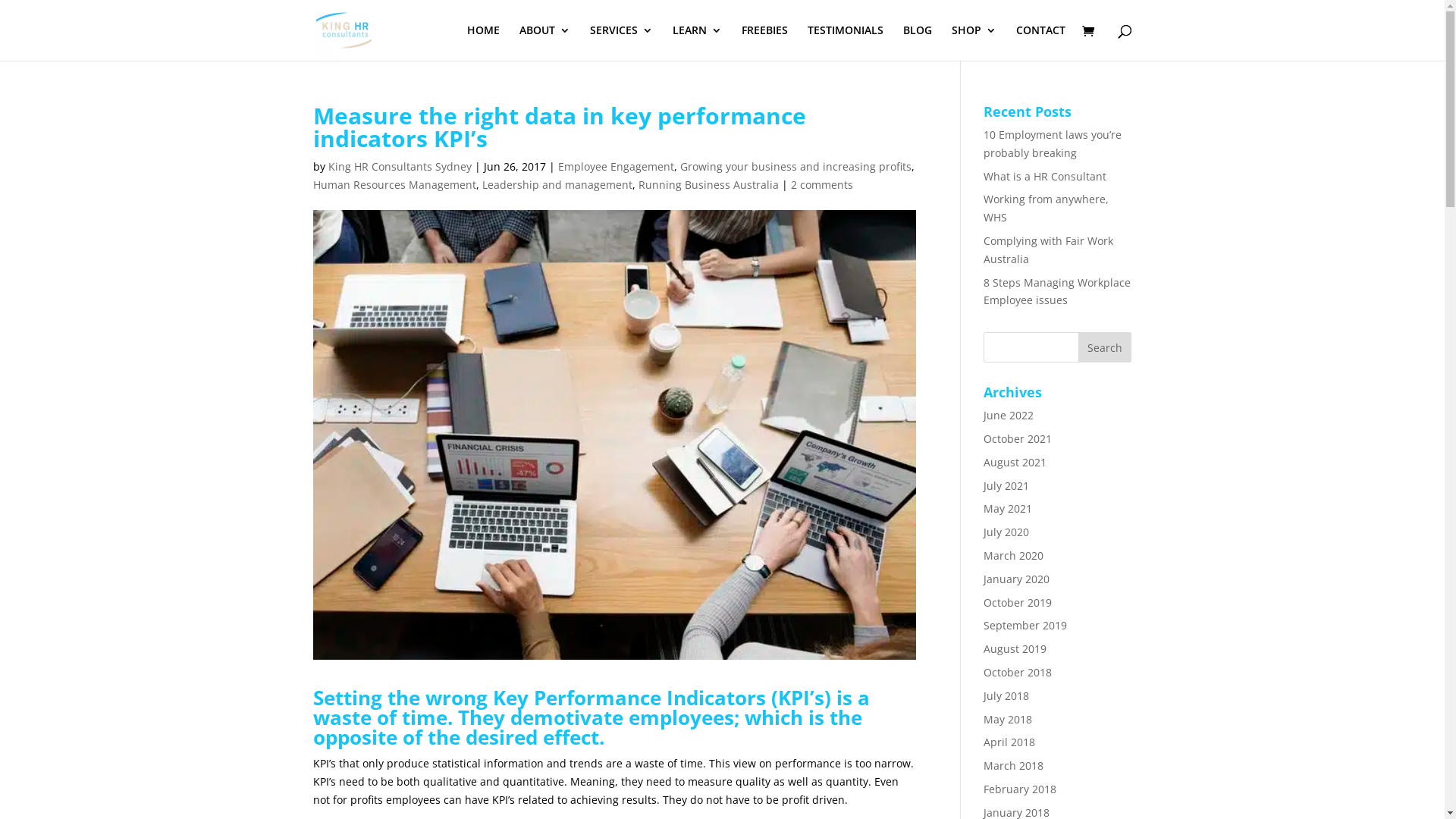 This screenshot has height=819, width=1456. I want to click on 'July 2020', so click(1006, 531).